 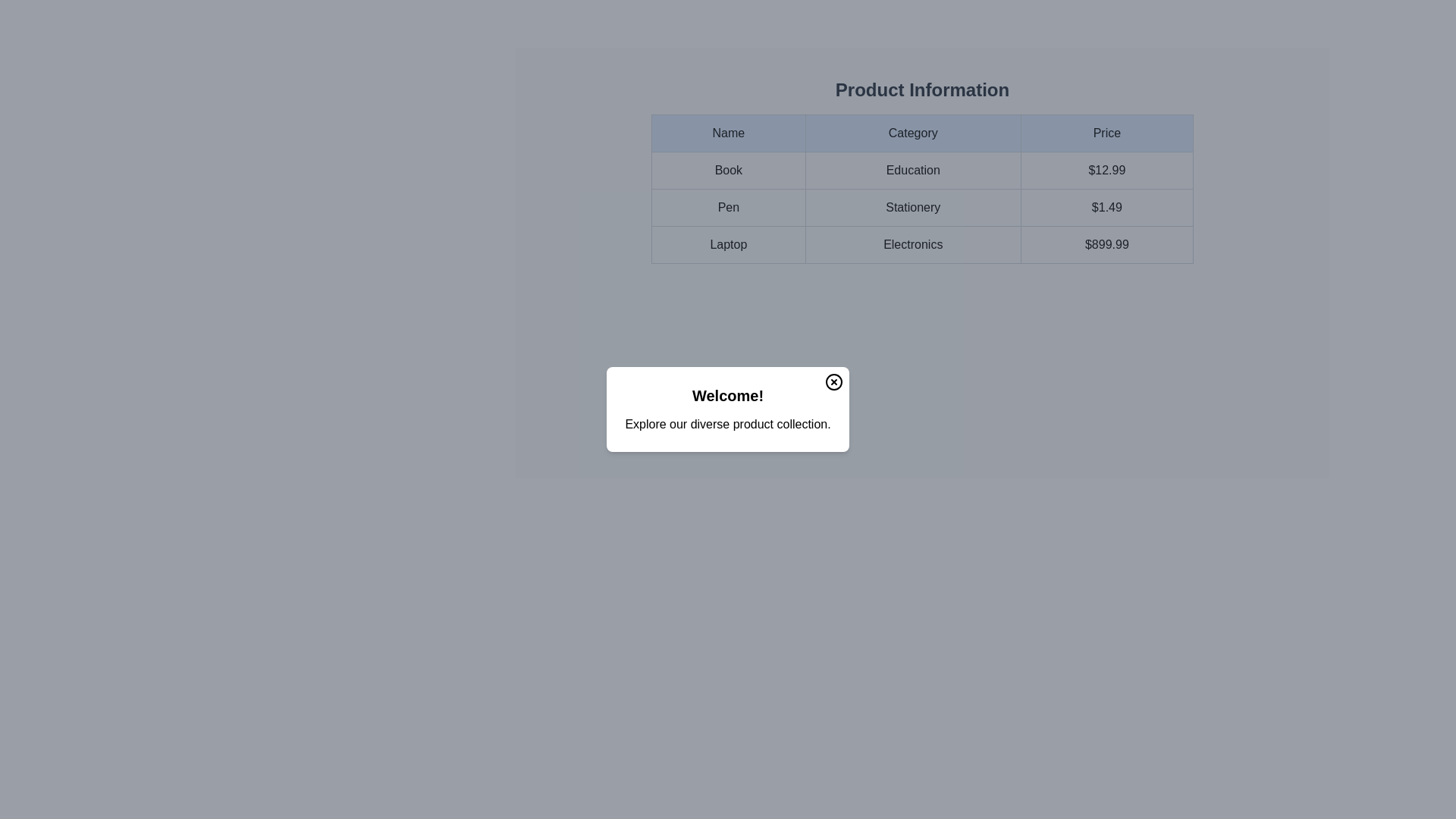 What do you see at coordinates (921, 244) in the screenshot?
I see `the 'Electronics' text display located in the third row of the grid under the 'Category' column` at bounding box center [921, 244].